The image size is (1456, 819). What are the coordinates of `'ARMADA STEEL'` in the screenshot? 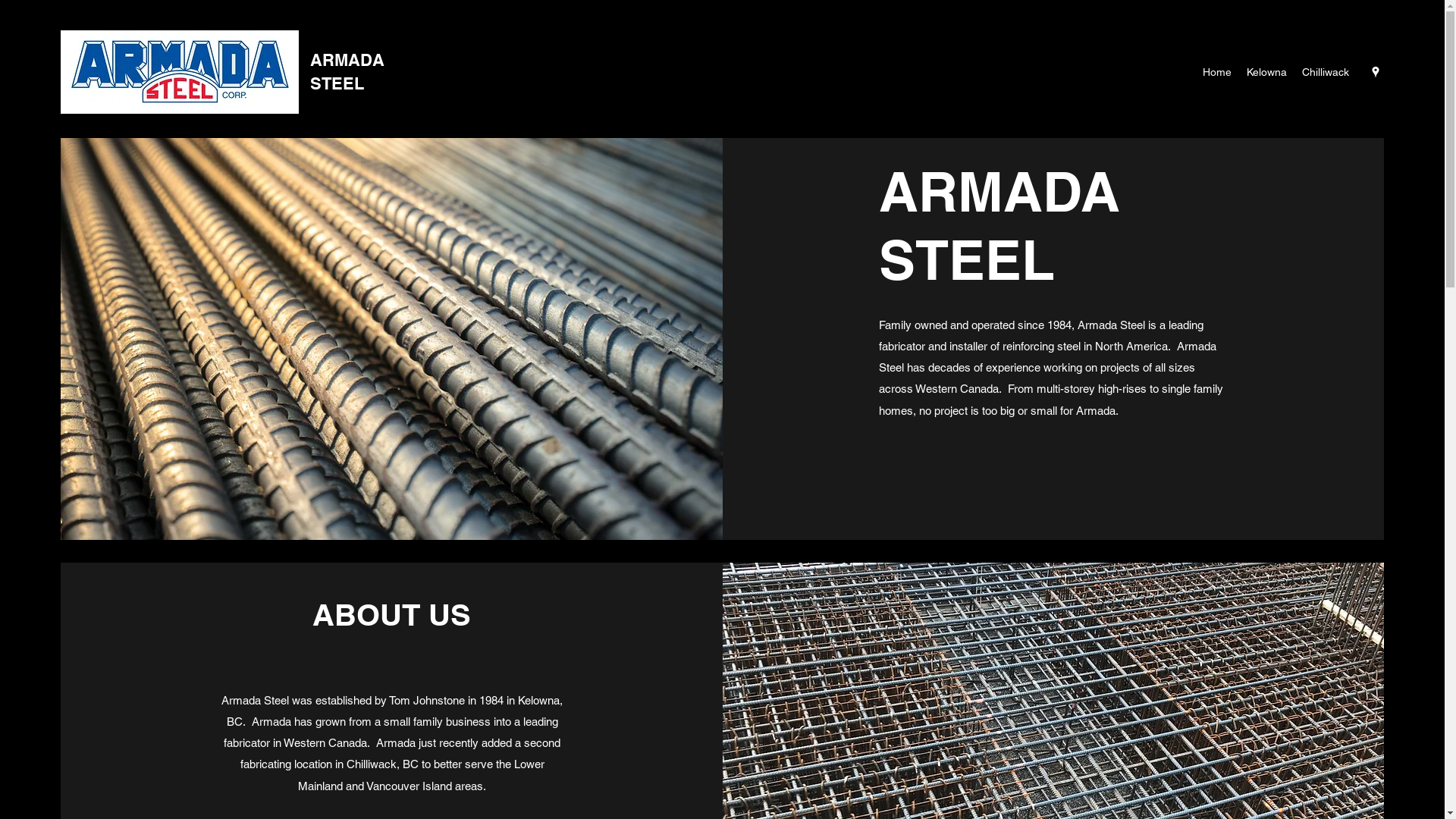 It's located at (346, 71).